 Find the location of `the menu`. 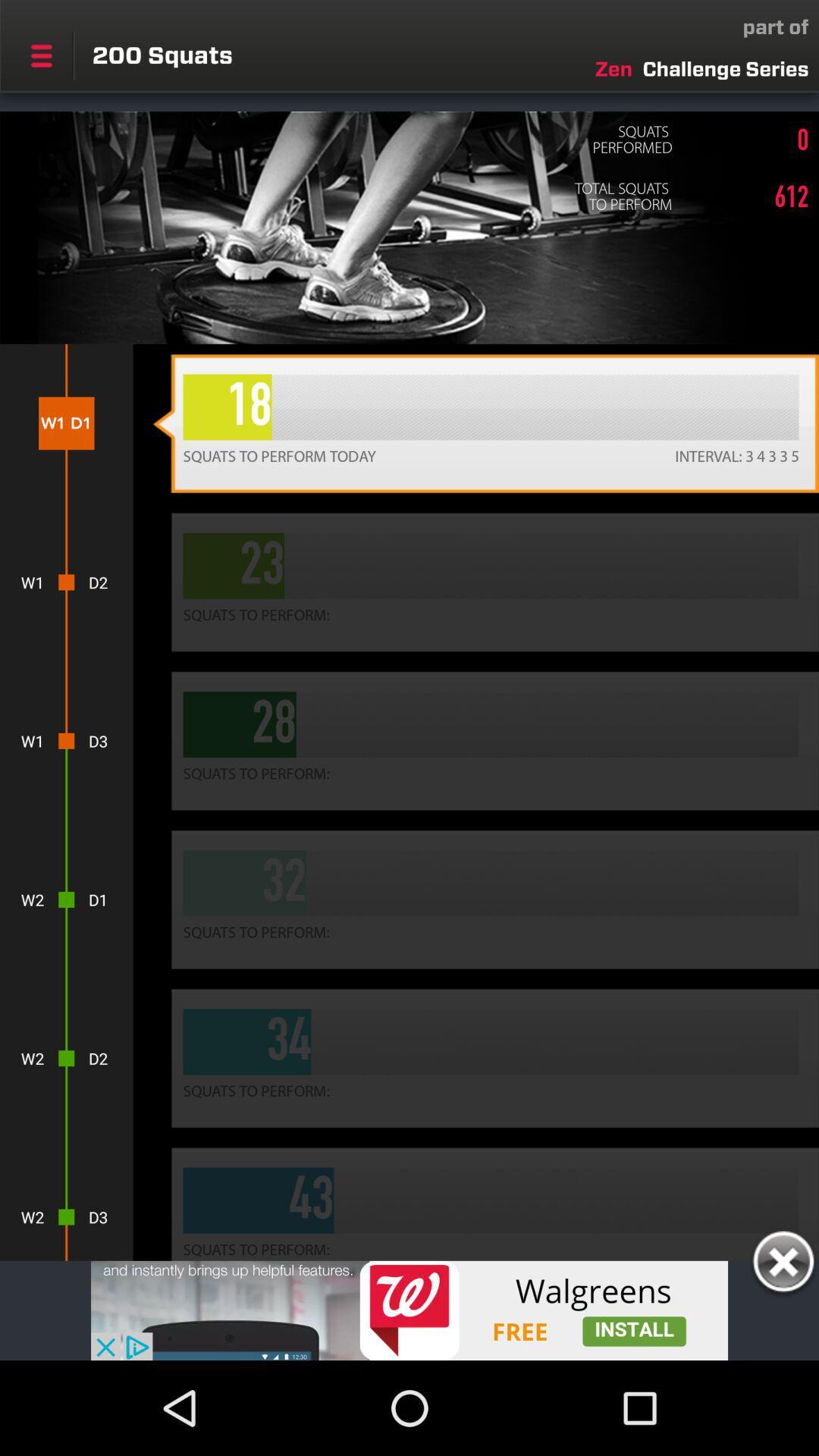

the menu is located at coordinates (40, 55).